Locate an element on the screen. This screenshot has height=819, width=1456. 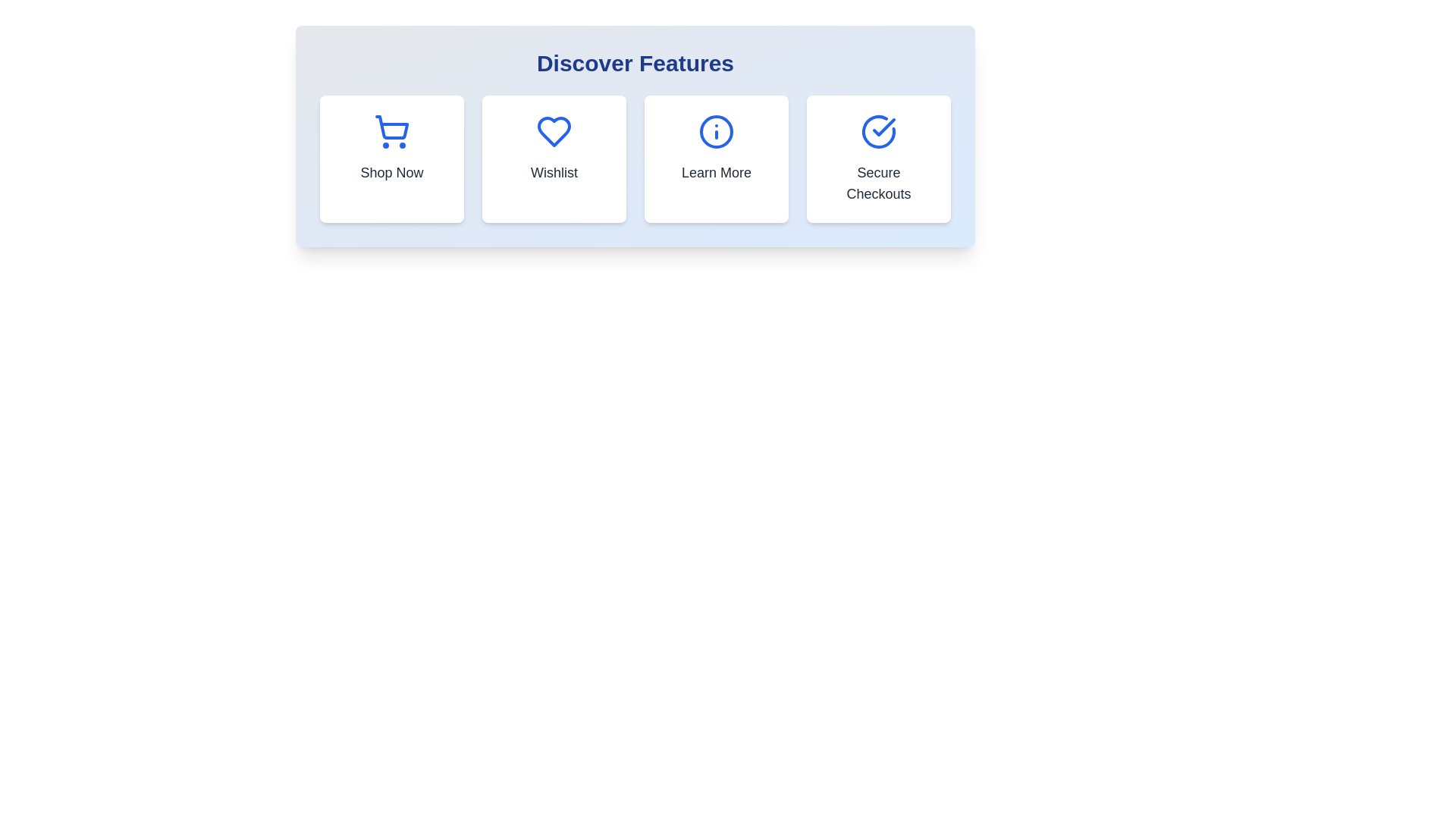
the heart icon representing the 'Wishlist' feature located within the second card under the 'Discover Features' heading is located at coordinates (553, 130).